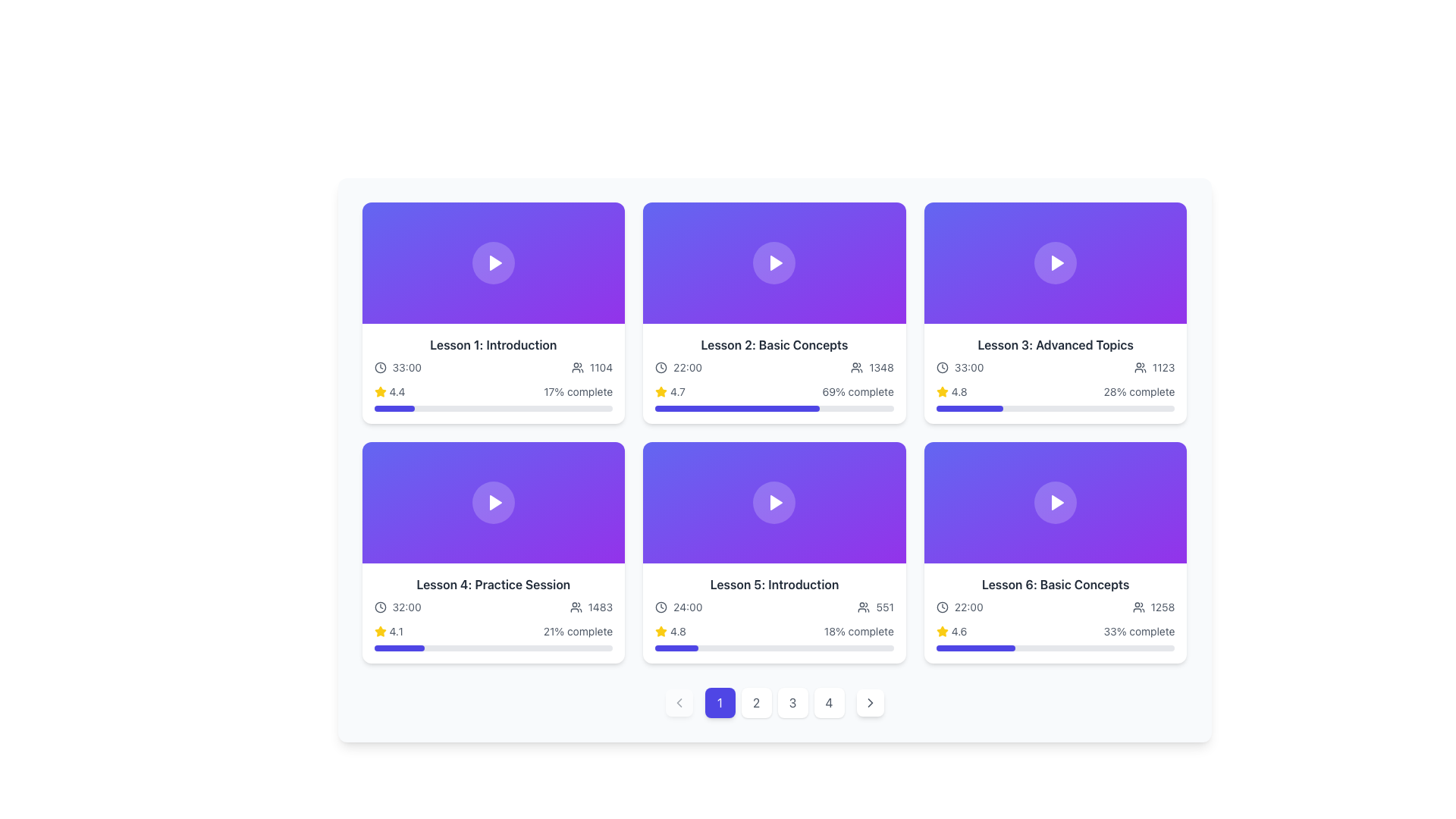 The image size is (1456, 819). I want to click on the pagination button group labeled '1234', so click(774, 702).